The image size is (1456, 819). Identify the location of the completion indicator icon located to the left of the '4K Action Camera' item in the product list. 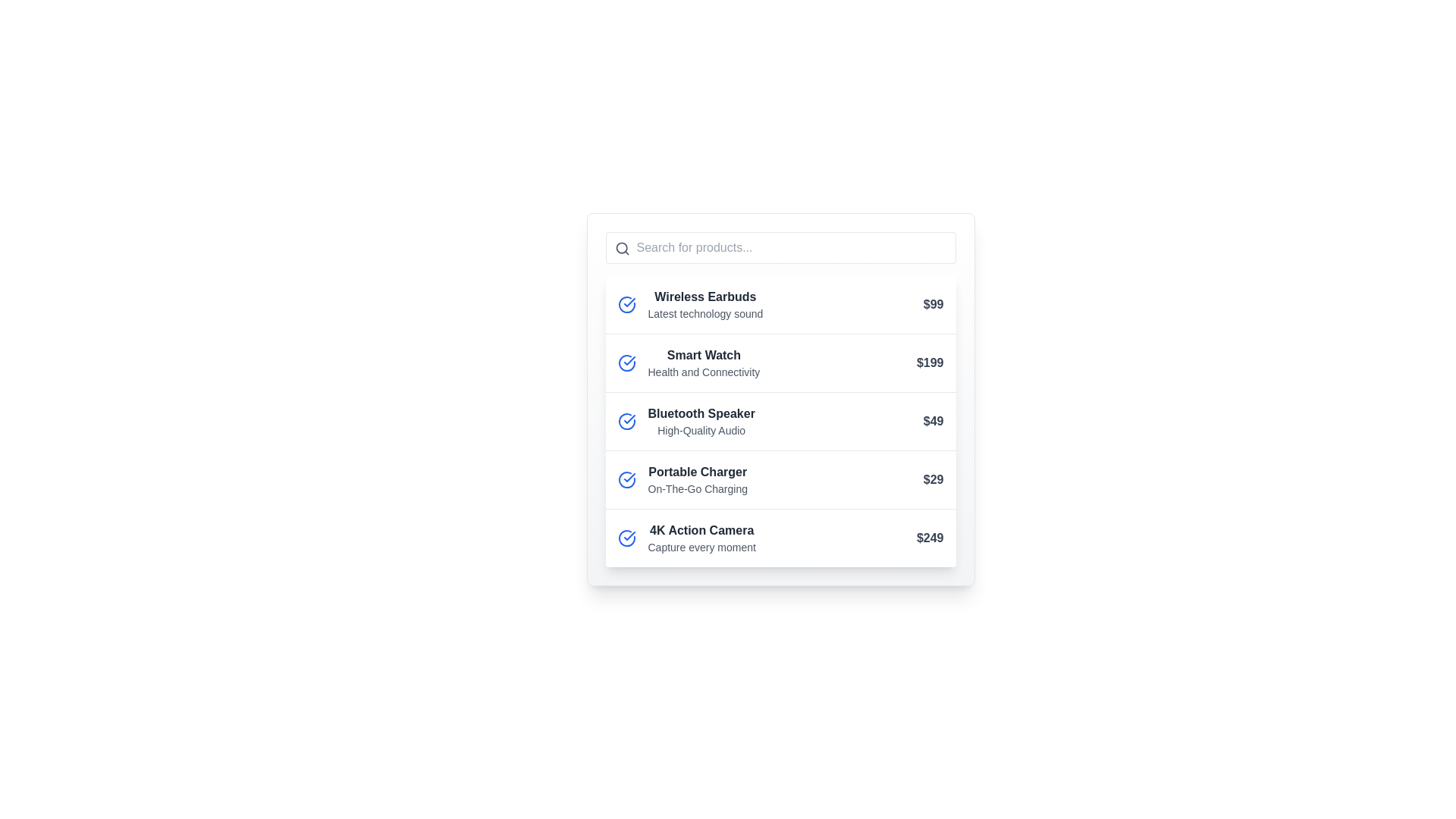
(629, 535).